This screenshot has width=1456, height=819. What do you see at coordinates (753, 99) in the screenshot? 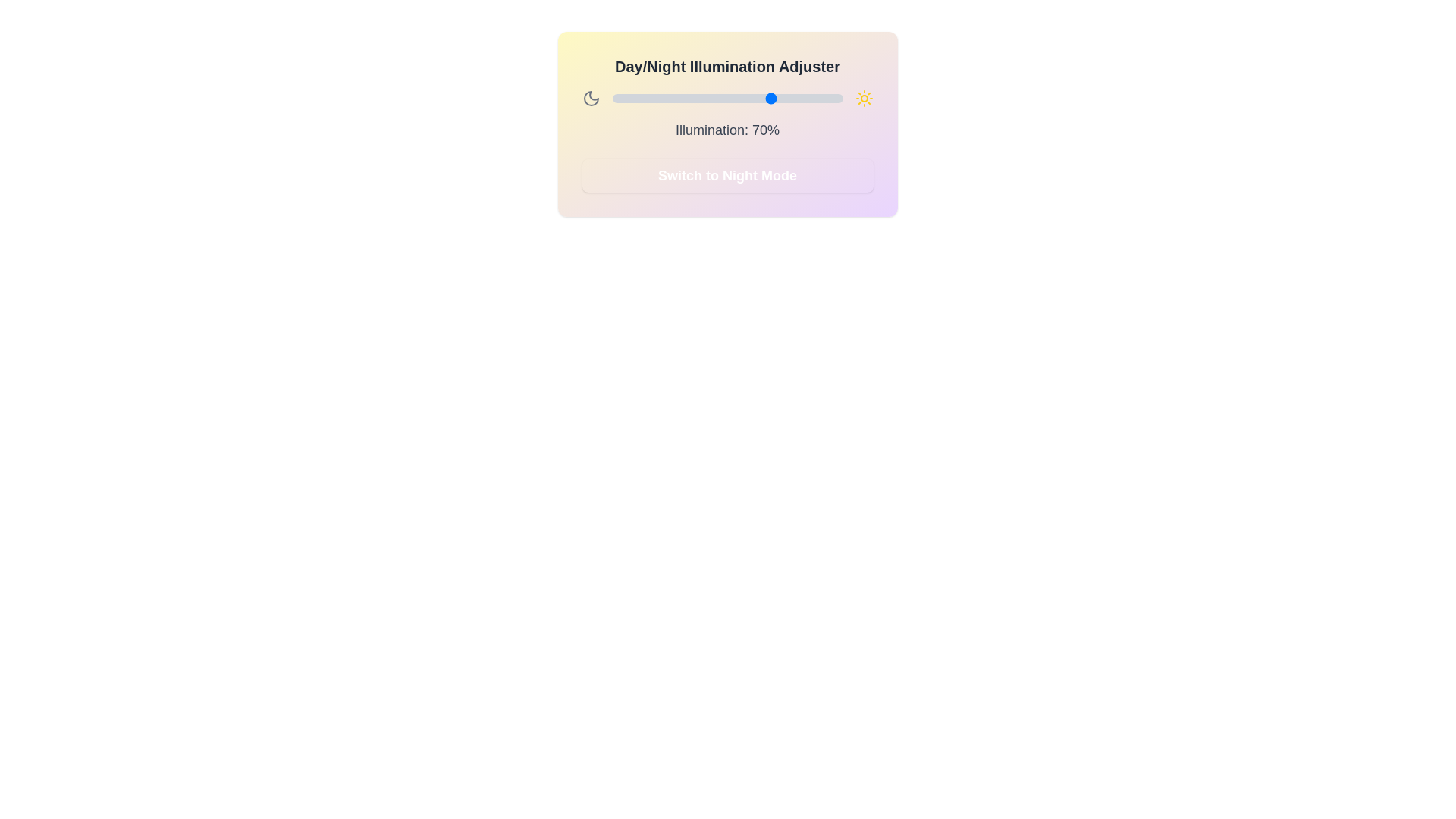
I see `the illumination level to 61% by dragging the slider` at bounding box center [753, 99].